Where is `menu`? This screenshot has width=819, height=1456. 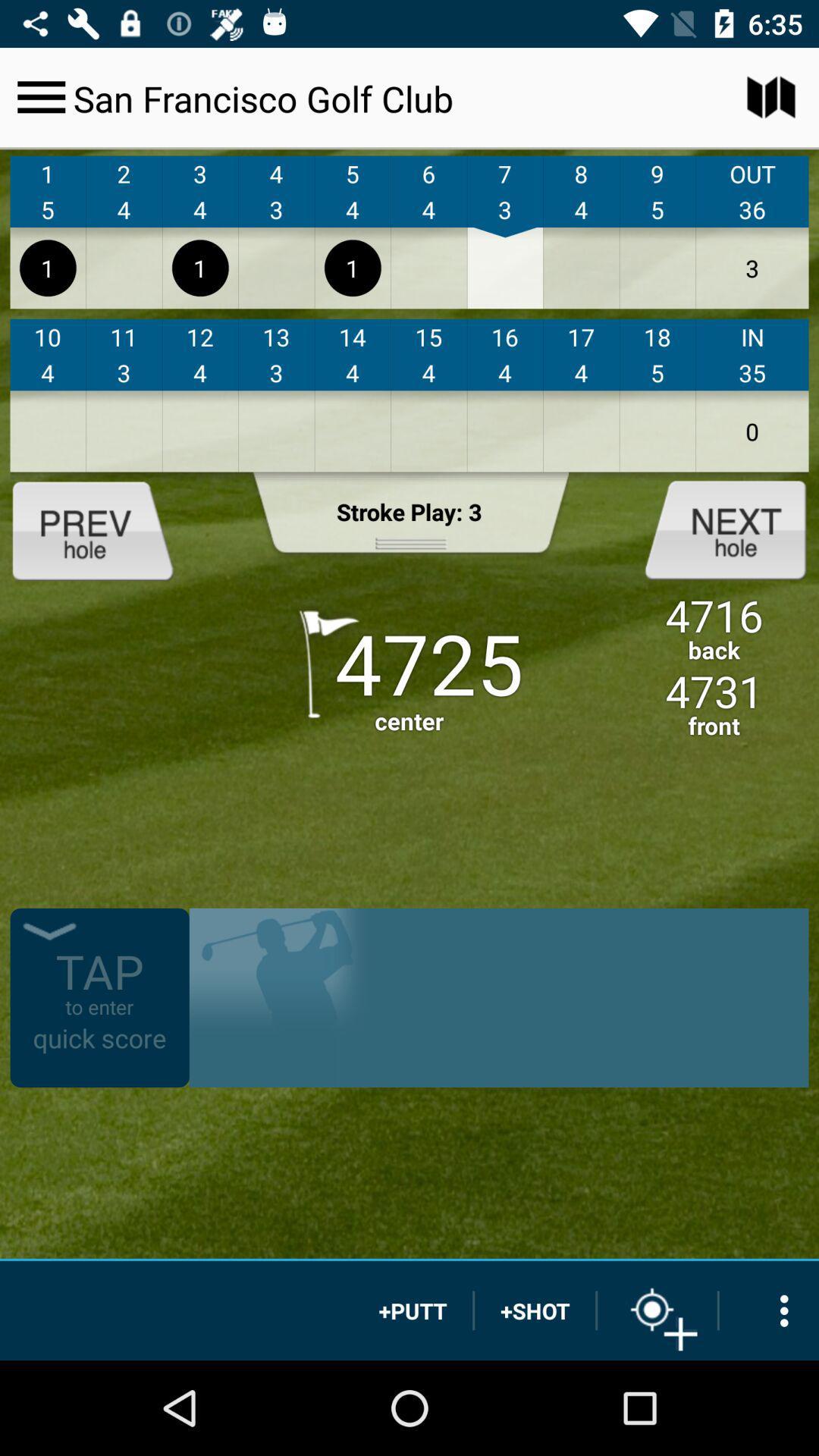
menu is located at coordinates (40, 96).